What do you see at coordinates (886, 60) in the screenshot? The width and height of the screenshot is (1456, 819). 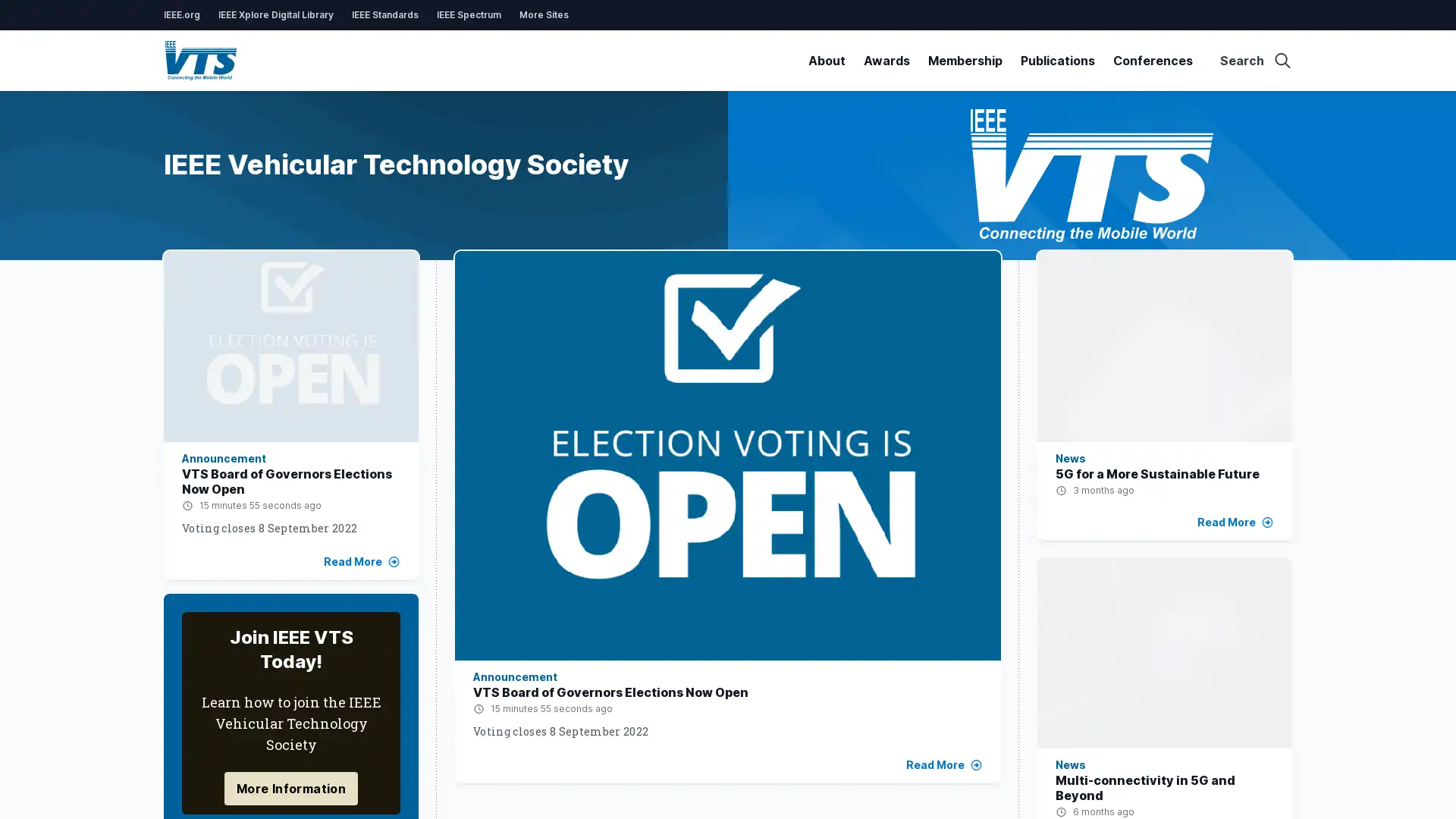 I see `Awards` at bounding box center [886, 60].